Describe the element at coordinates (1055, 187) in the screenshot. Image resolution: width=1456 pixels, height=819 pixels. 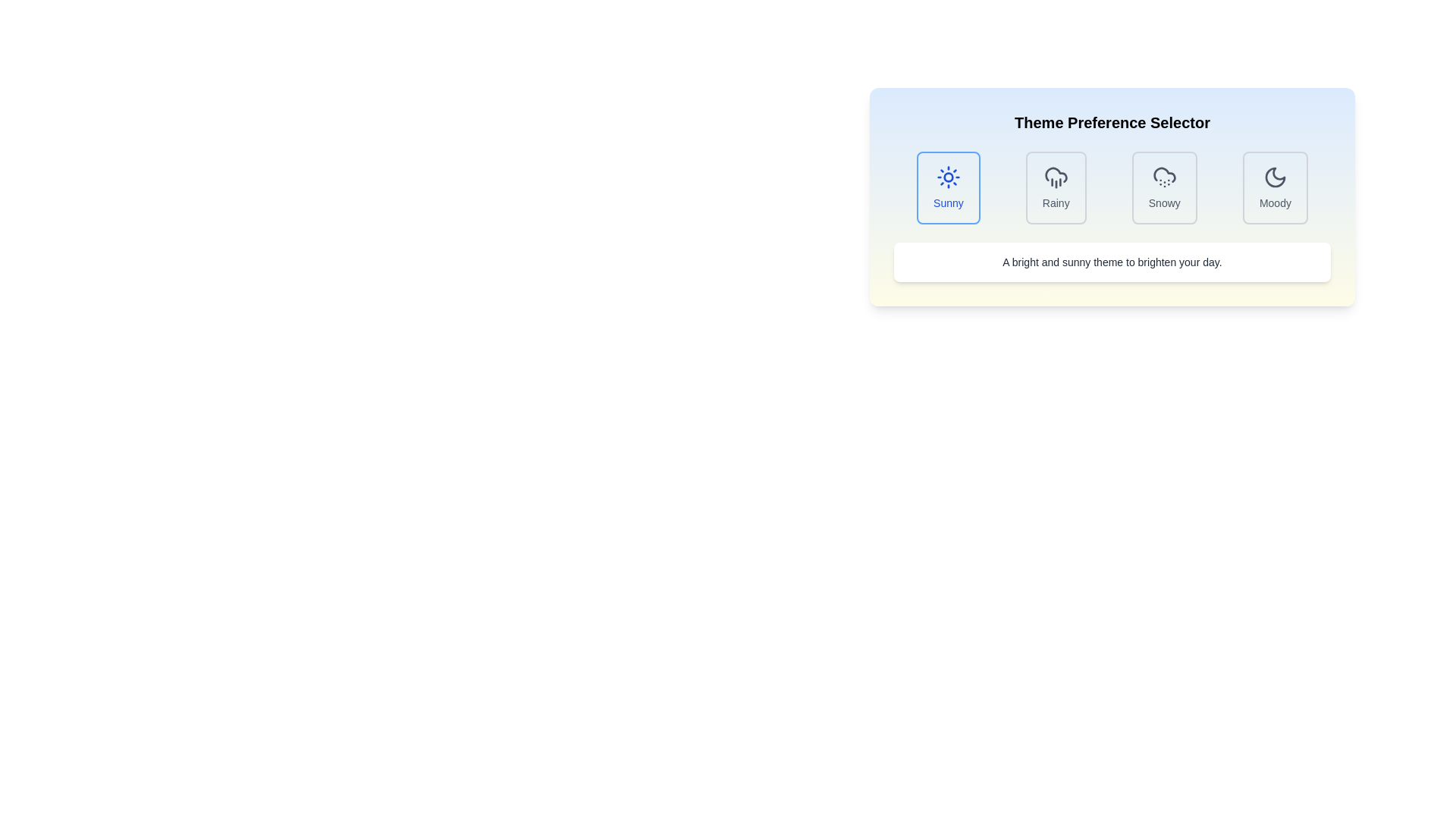
I see `the theme Rainy by clicking on the corresponding button` at that location.